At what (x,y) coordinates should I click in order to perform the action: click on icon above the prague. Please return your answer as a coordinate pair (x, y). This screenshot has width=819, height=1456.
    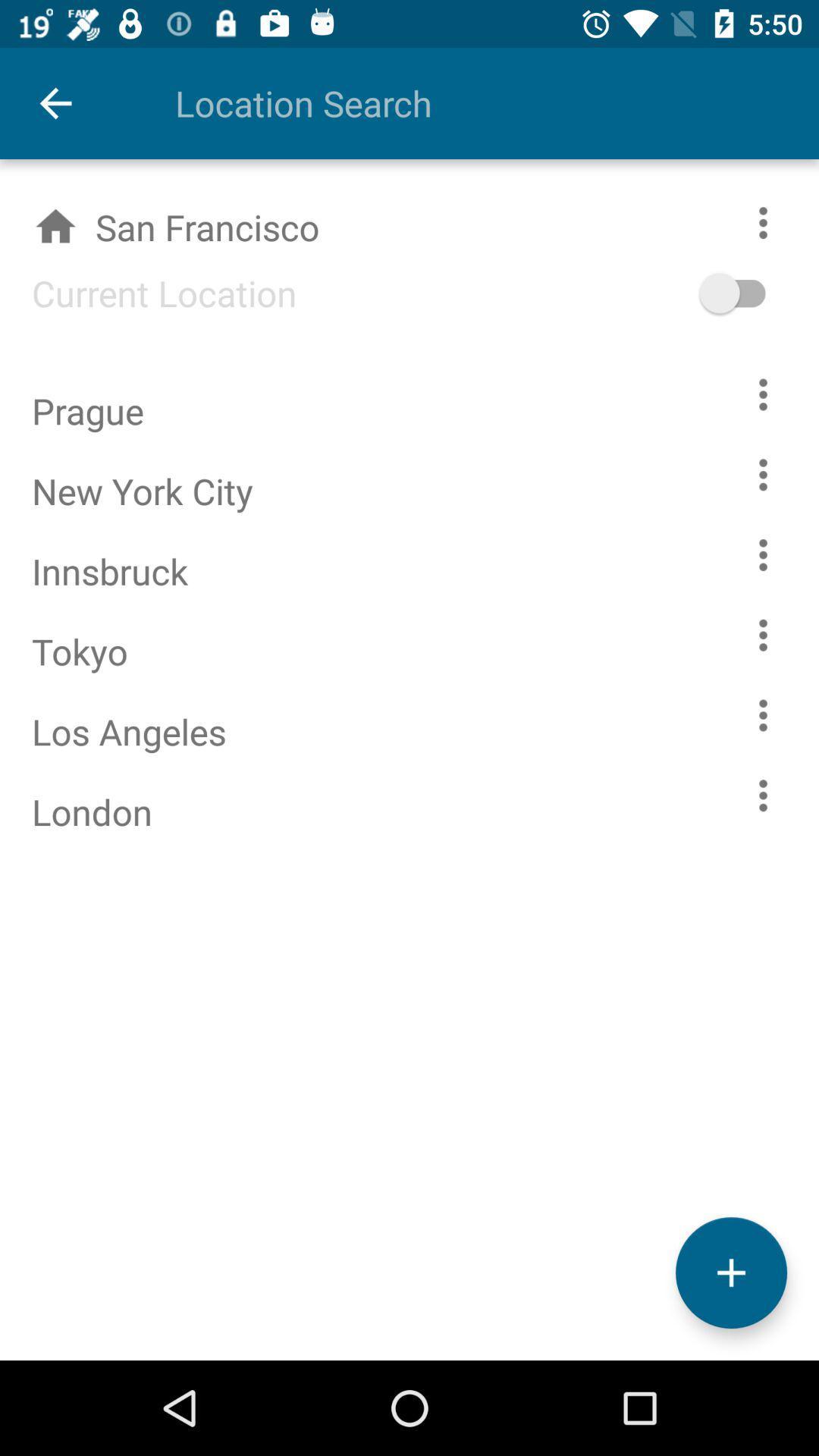
    Looking at the image, I should click on (148, 293).